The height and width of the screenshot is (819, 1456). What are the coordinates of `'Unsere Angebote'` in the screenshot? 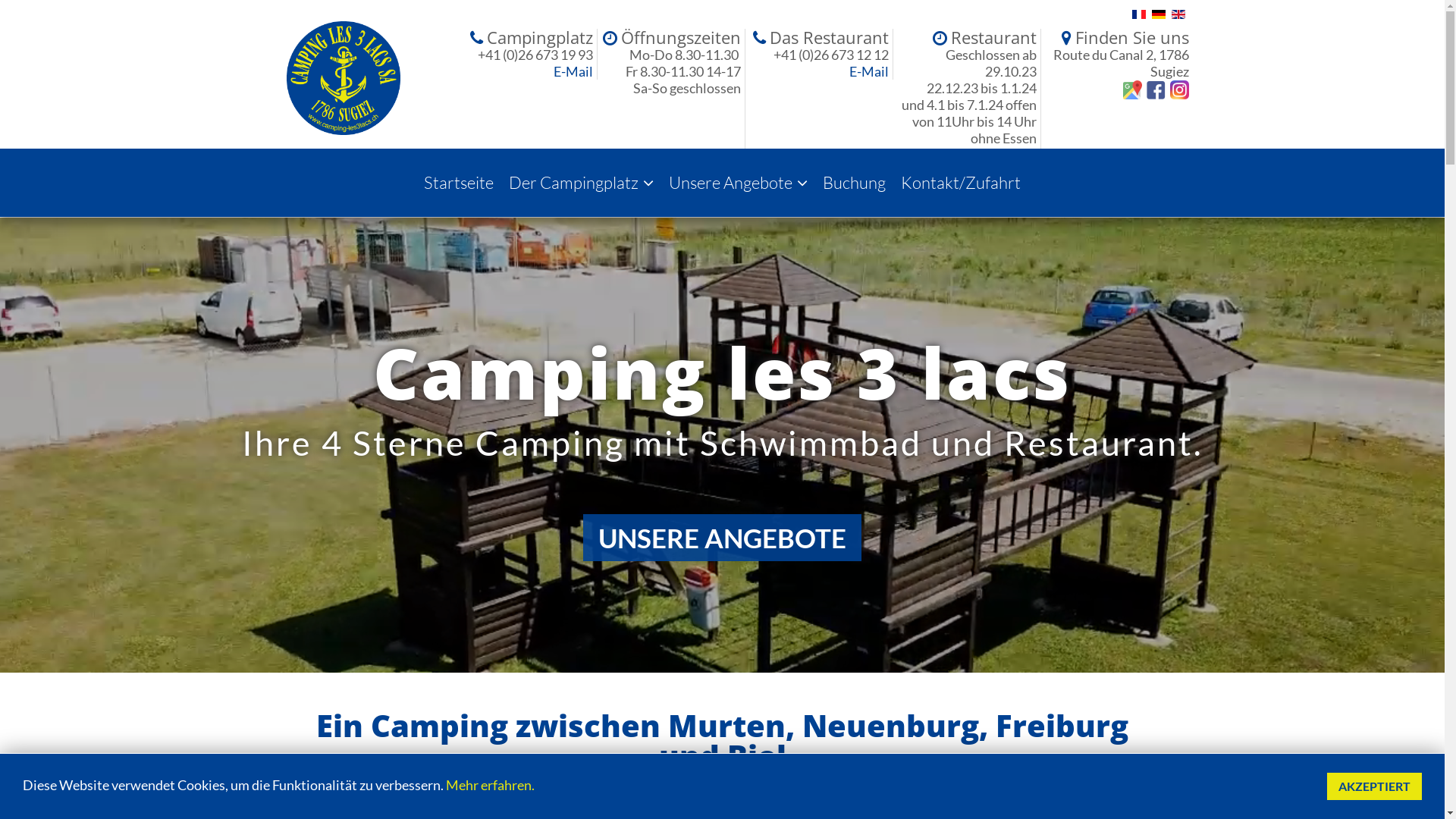 It's located at (738, 181).